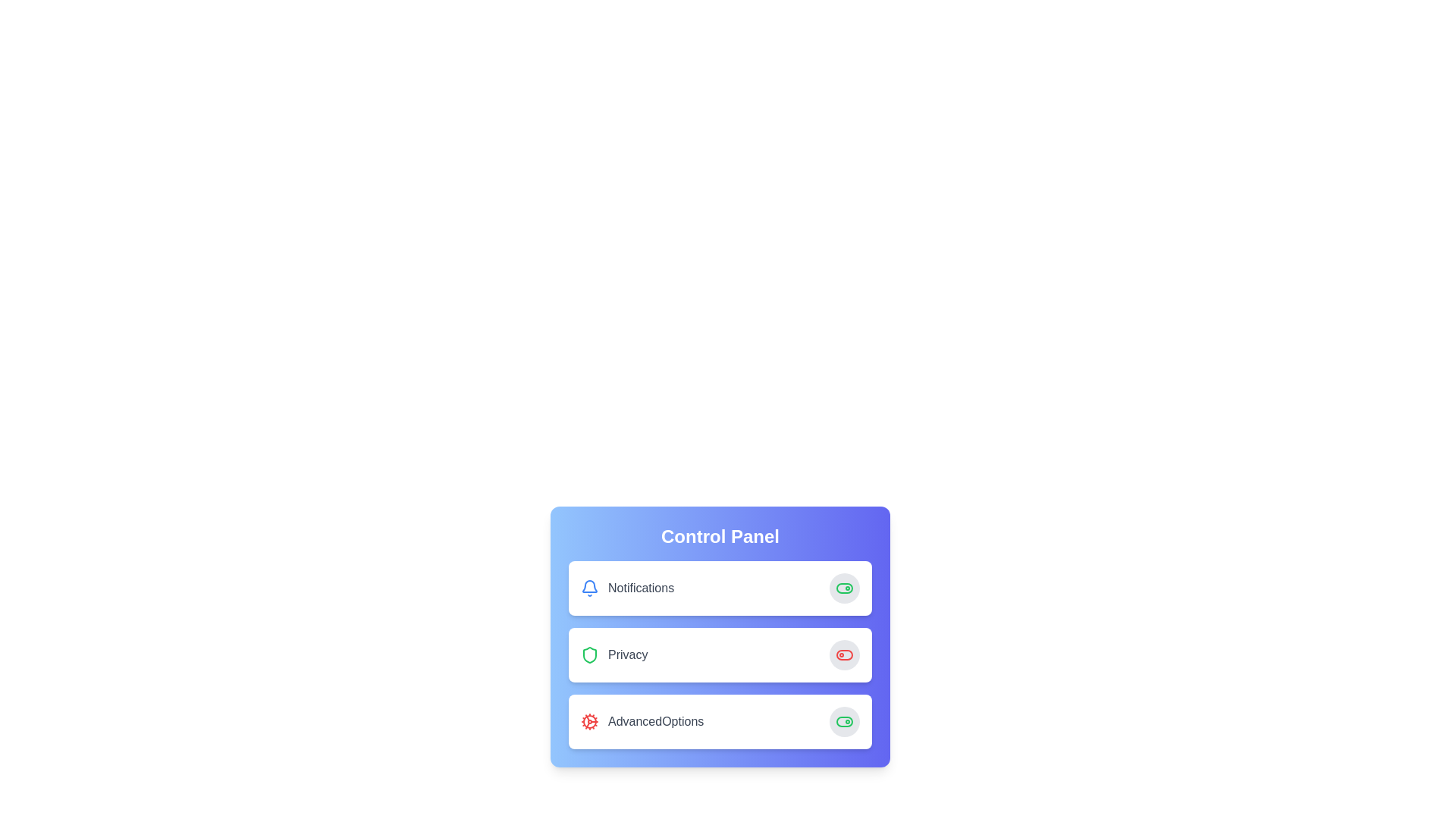 The image size is (1456, 819). What do you see at coordinates (720, 587) in the screenshot?
I see `the topmost card in the vertically stacked group of notification settings cards, which contains an interactive toggle for notifications` at bounding box center [720, 587].